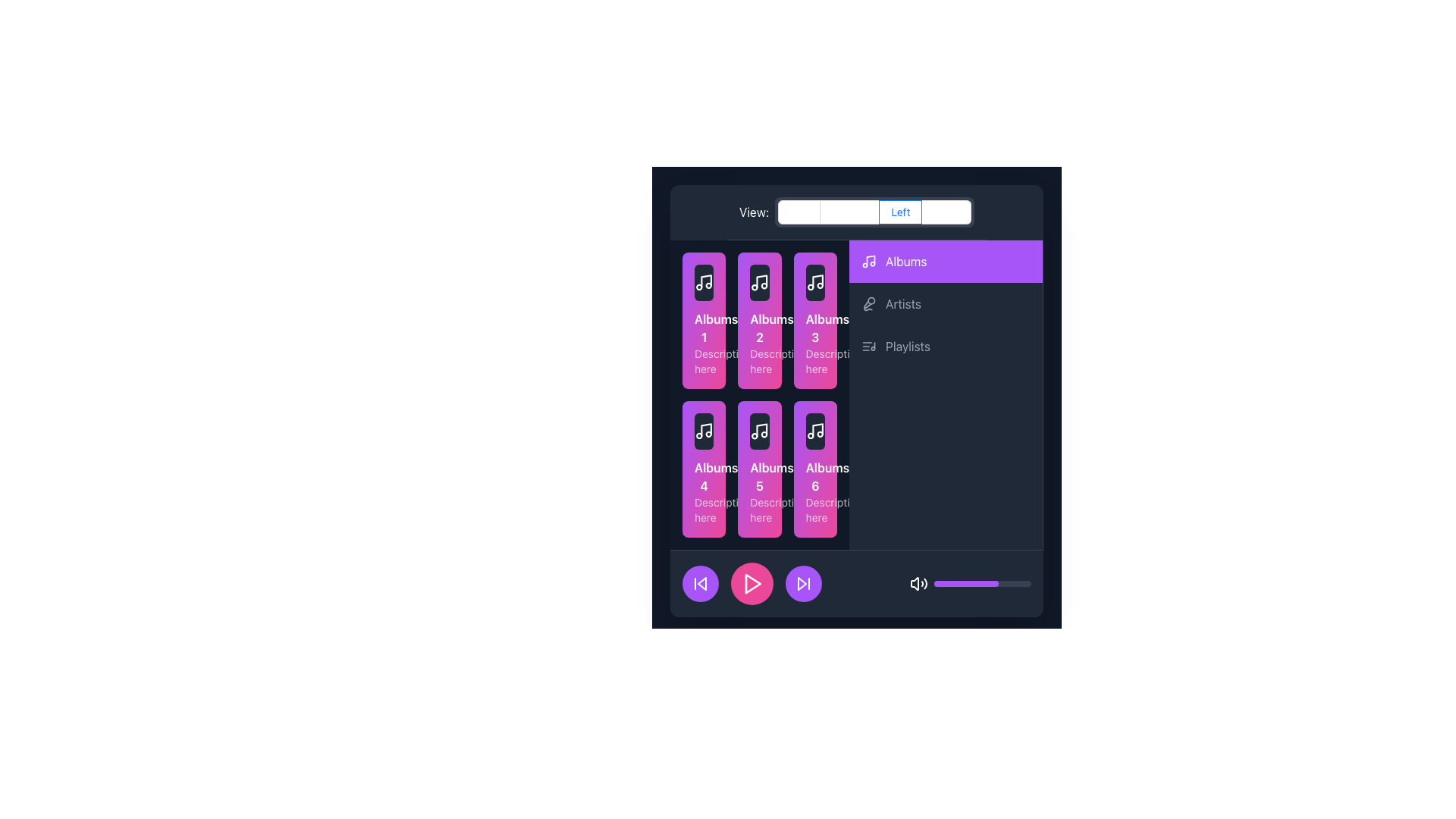  What do you see at coordinates (753, 583) in the screenshot?
I see `the play button icon located inside the circular button on the bottom control bar` at bounding box center [753, 583].